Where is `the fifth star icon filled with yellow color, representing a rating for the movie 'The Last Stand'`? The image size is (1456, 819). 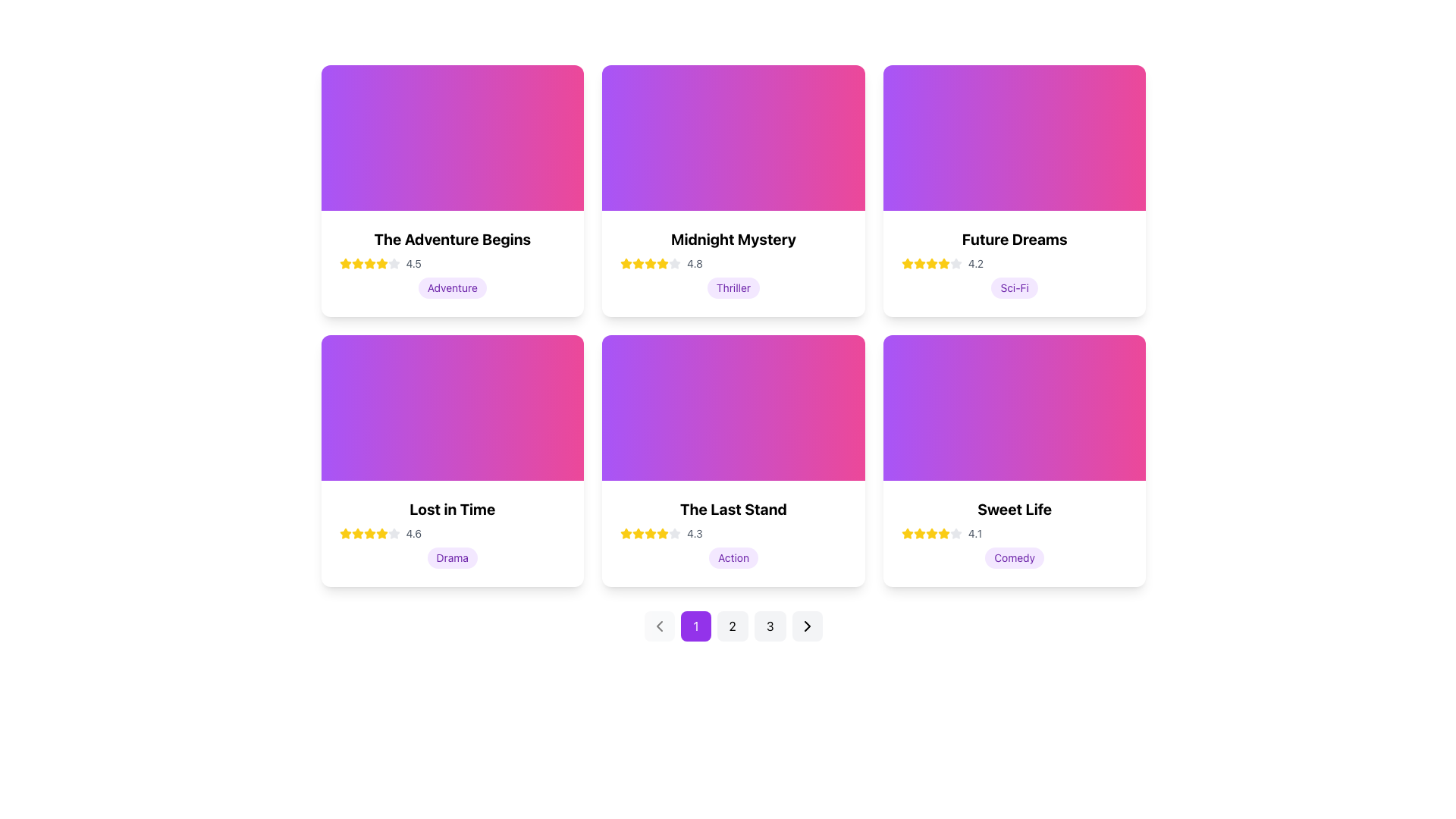
the fifth star icon filled with yellow color, representing a rating for the movie 'The Last Stand' is located at coordinates (651, 533).